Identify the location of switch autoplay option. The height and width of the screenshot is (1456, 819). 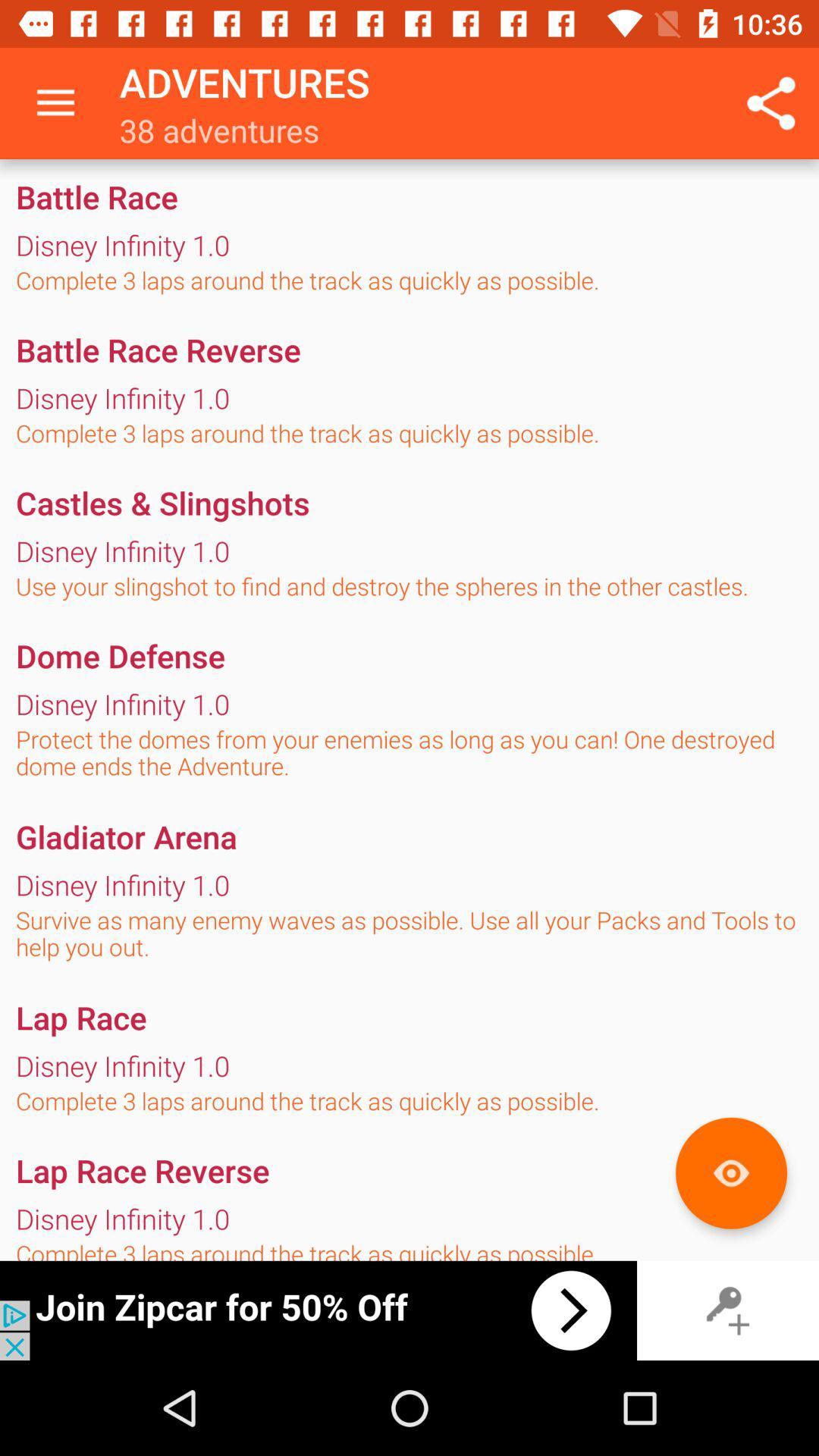
(318, 1310).